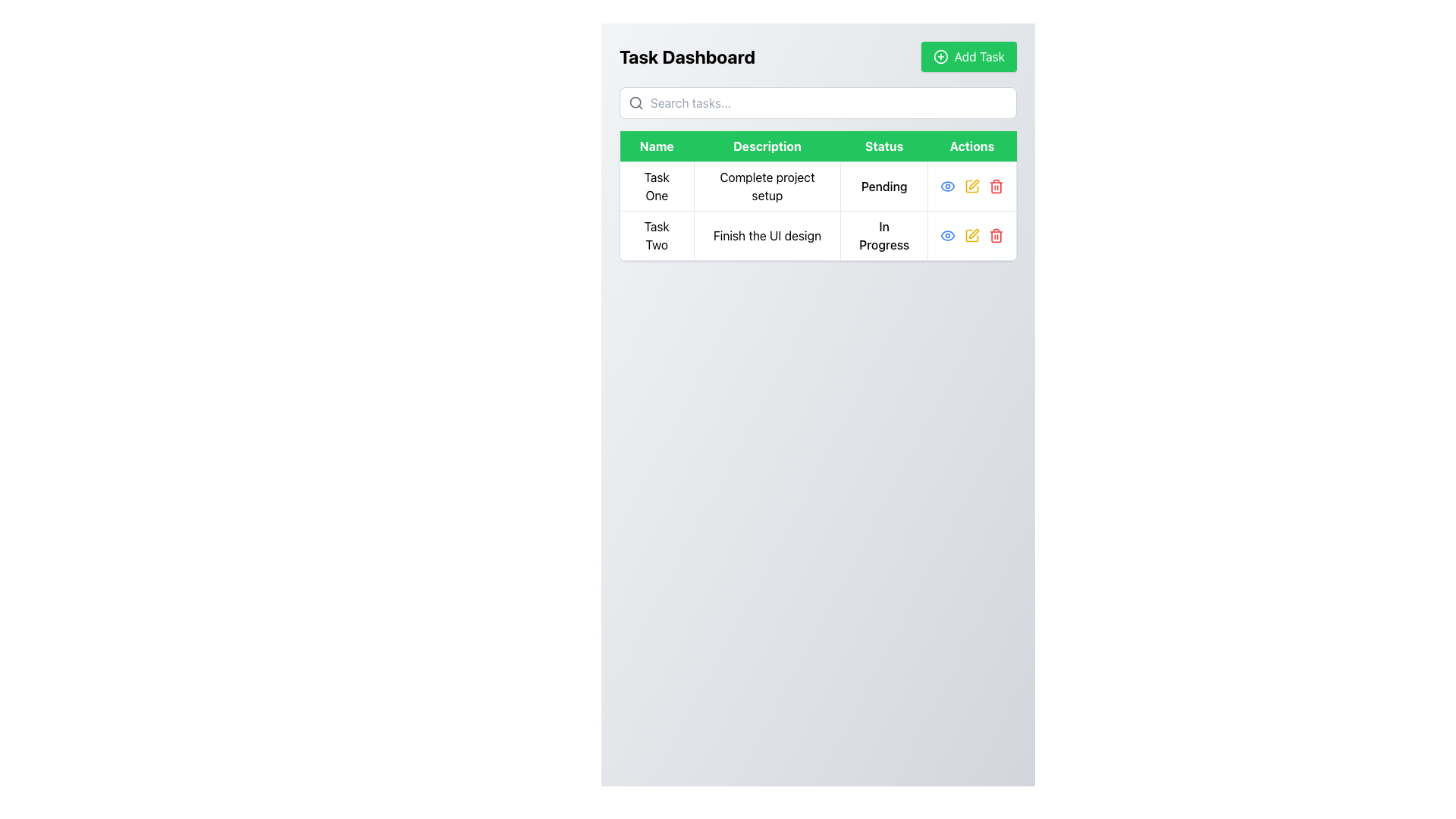  I want to click on the Action group with icons element in the 'Actions' column of the 'Task One' row, which contains a blue 'view' eye icon, a yellow 'edit' pencil icon, and a red 'delete' trash can icon, so click(971, 186).